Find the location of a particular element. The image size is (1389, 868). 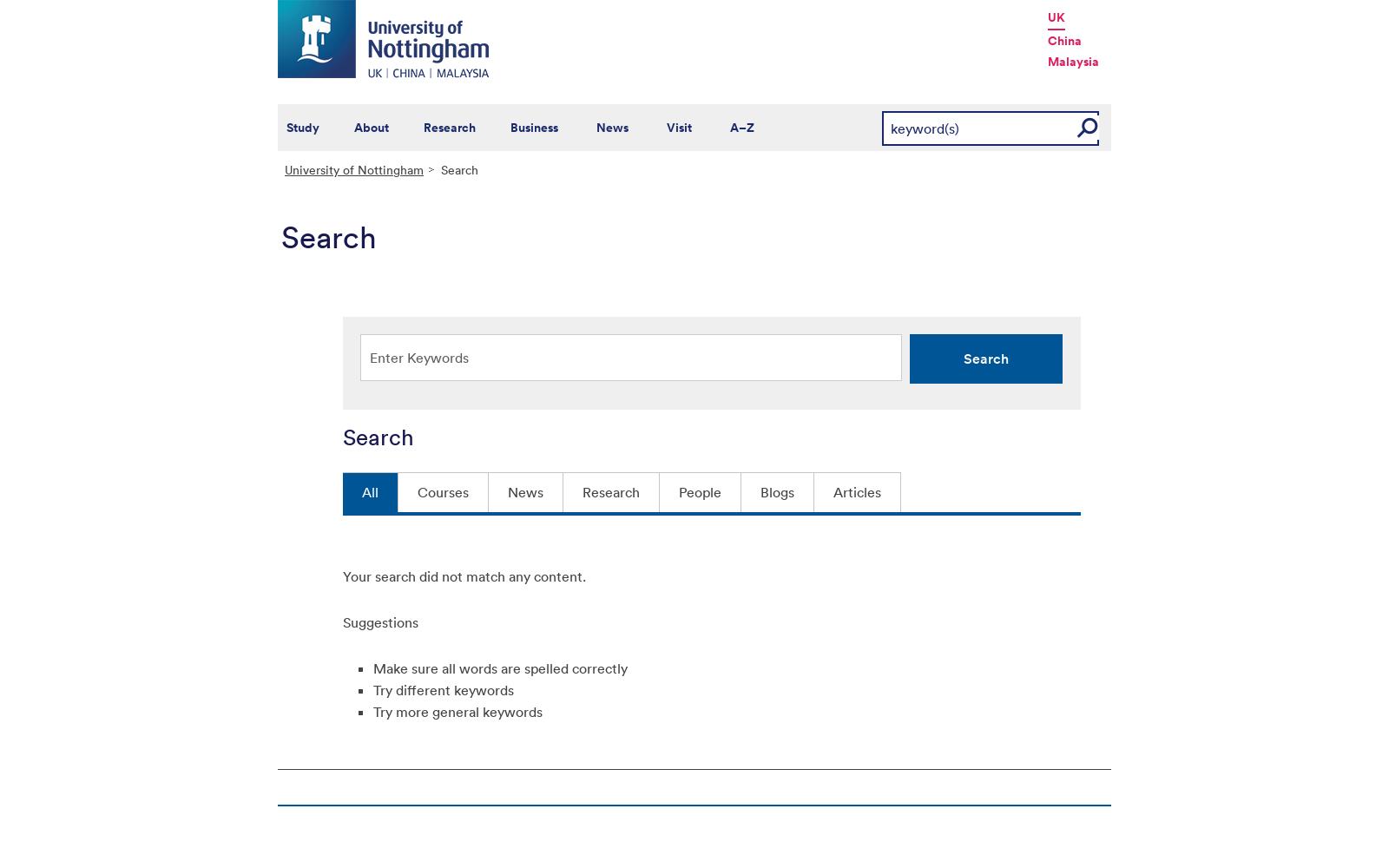

'Business' is located at coordinates (534, 128).